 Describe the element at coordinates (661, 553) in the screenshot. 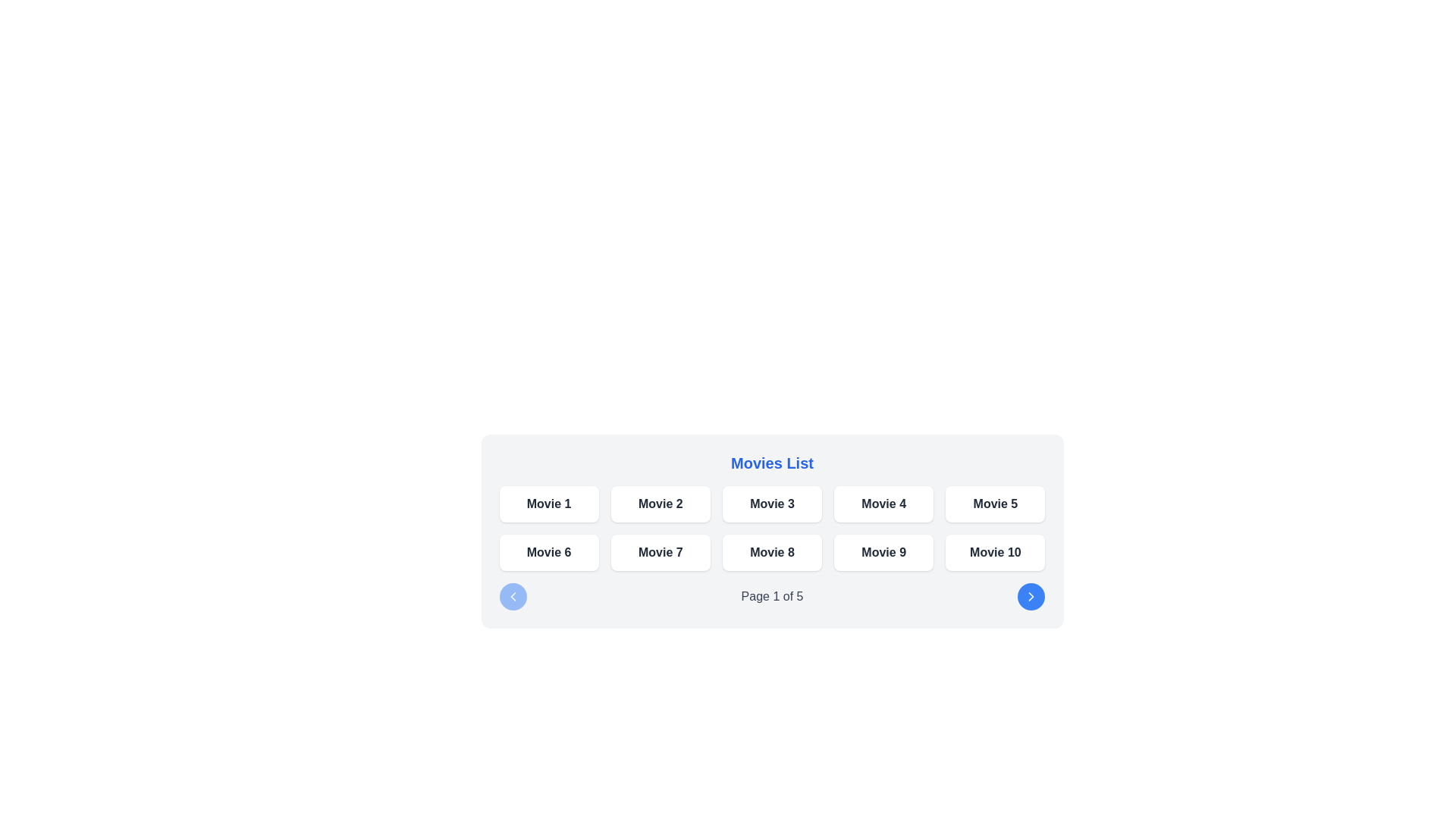

I see `or parse the text from the tile labeled 'Movie 7', which is the second tile from the left in the second row of a grid layout` at that location.